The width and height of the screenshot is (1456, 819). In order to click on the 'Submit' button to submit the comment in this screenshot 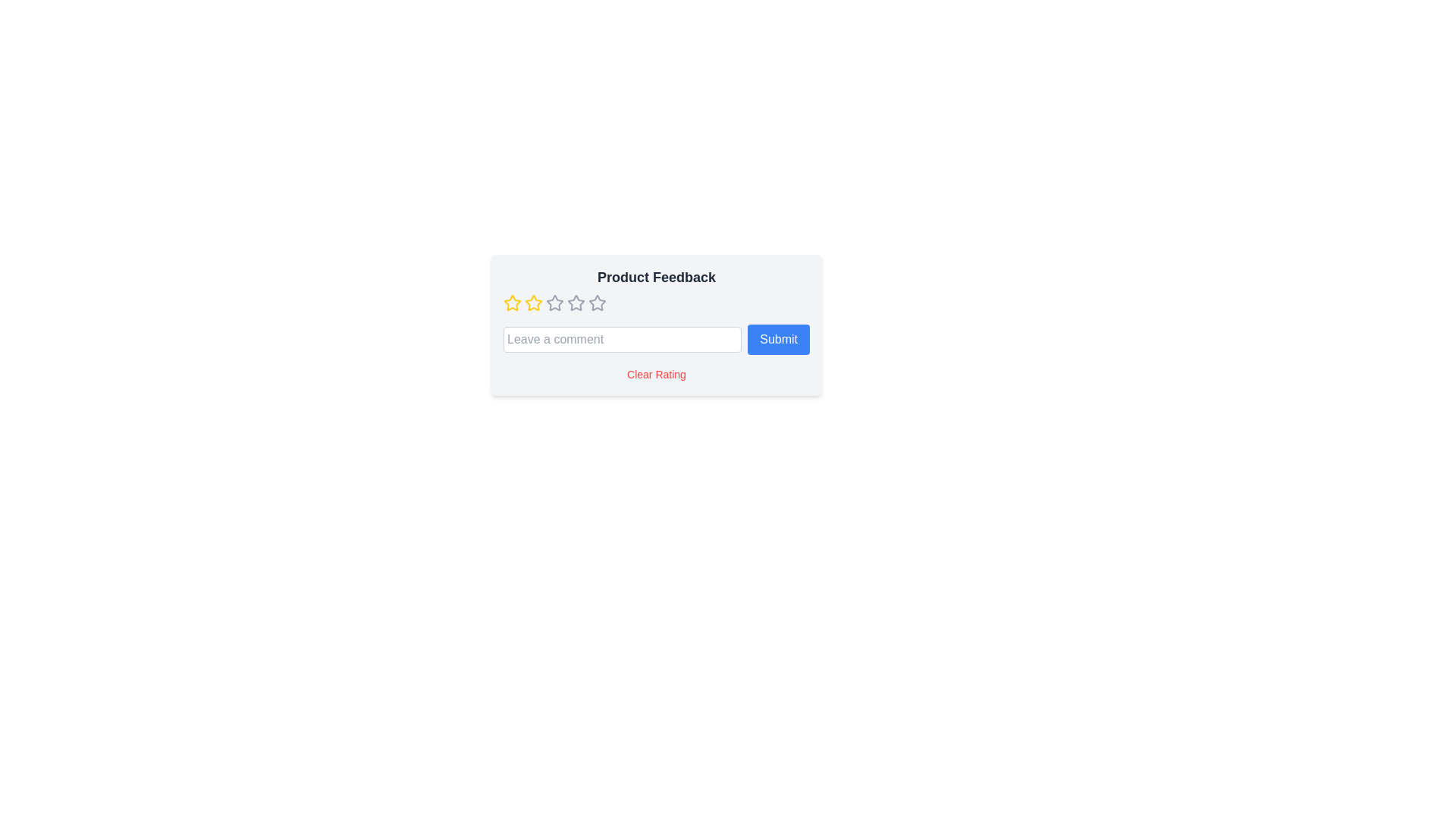, I will do `click(779, 338)`.